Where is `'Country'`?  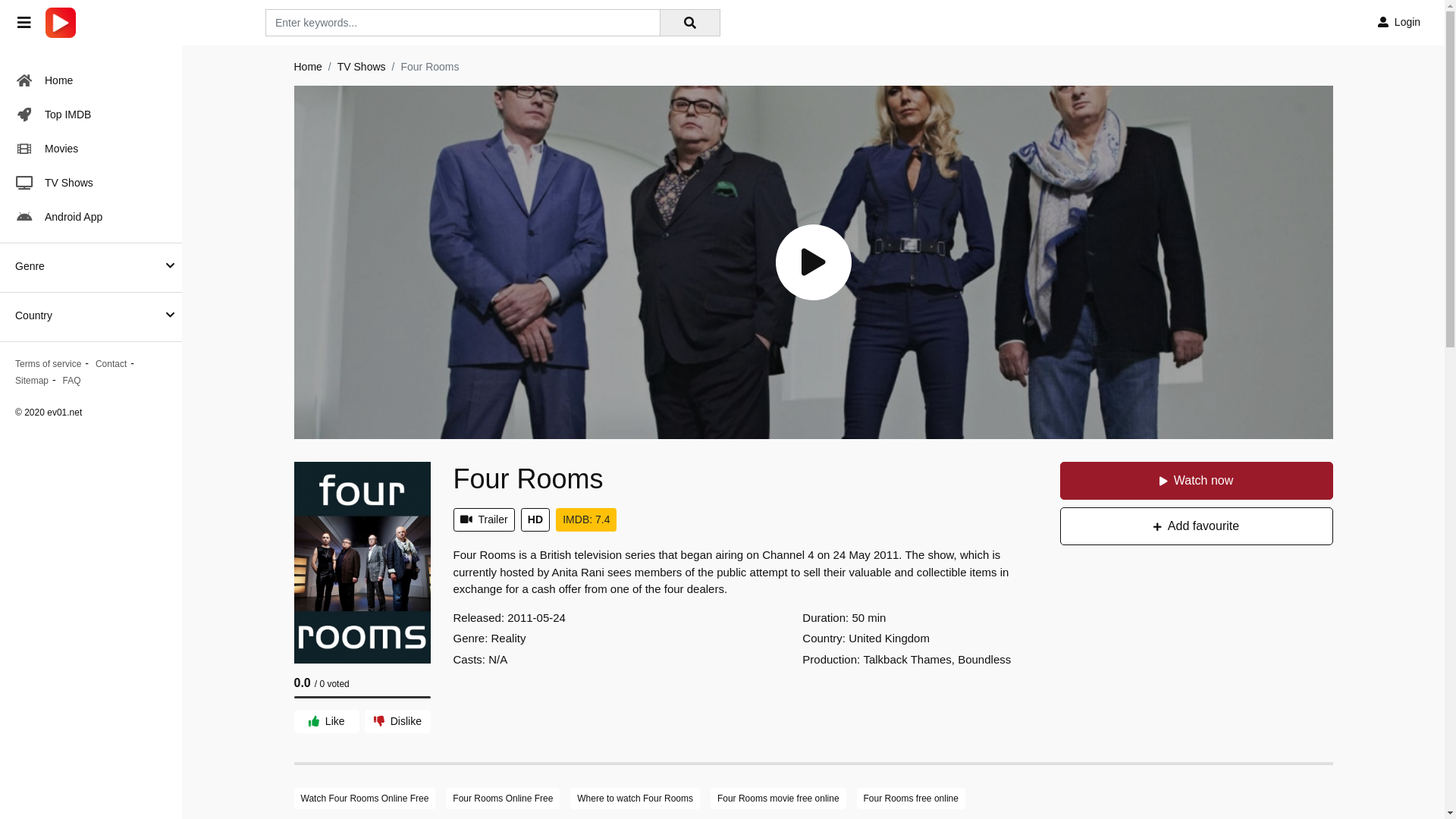
'Country' is located at coordinates (33, 315).